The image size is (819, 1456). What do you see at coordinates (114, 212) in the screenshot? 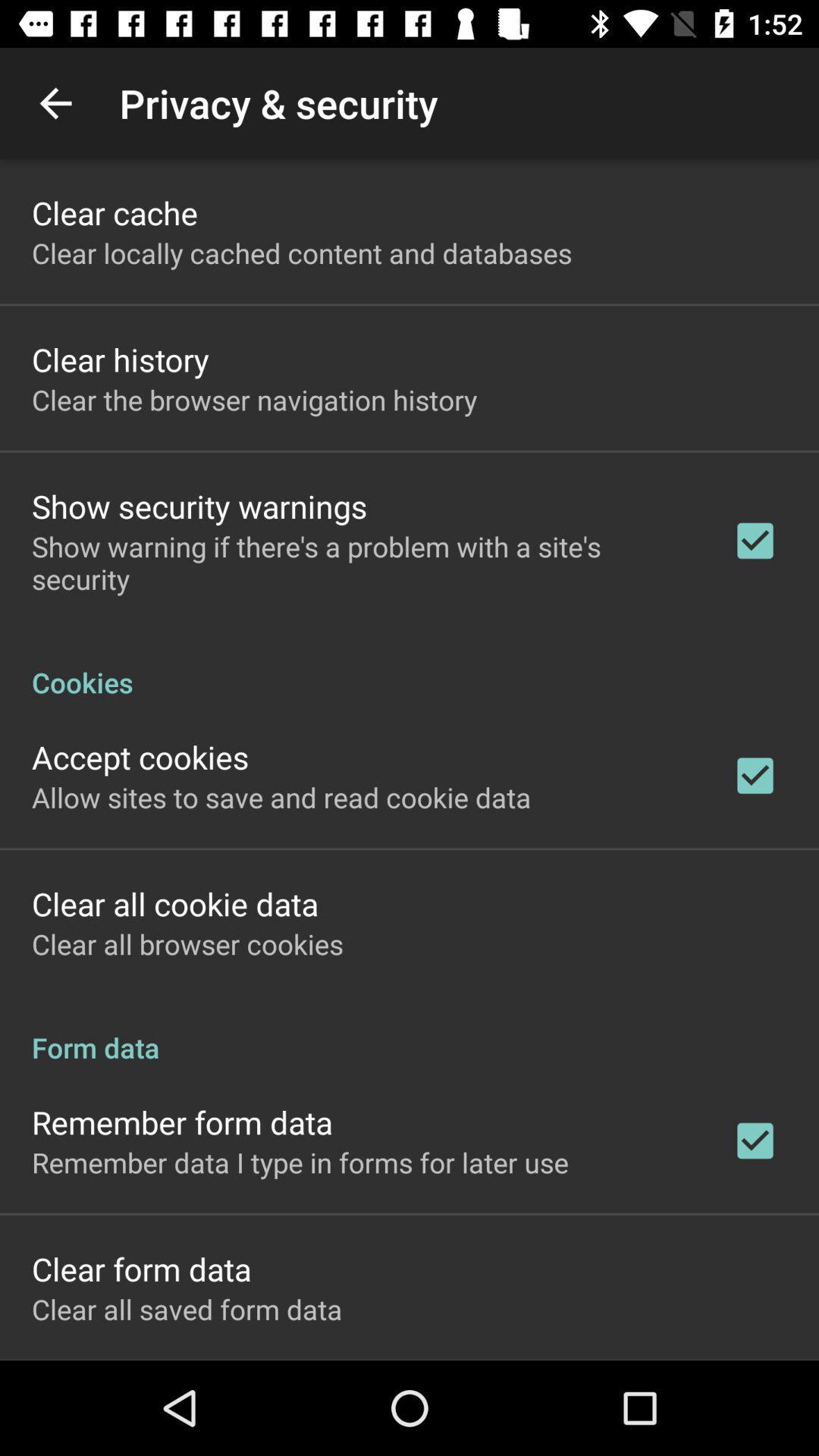
I see `icon above the clear locally cached` at bounding box center [114, 212].